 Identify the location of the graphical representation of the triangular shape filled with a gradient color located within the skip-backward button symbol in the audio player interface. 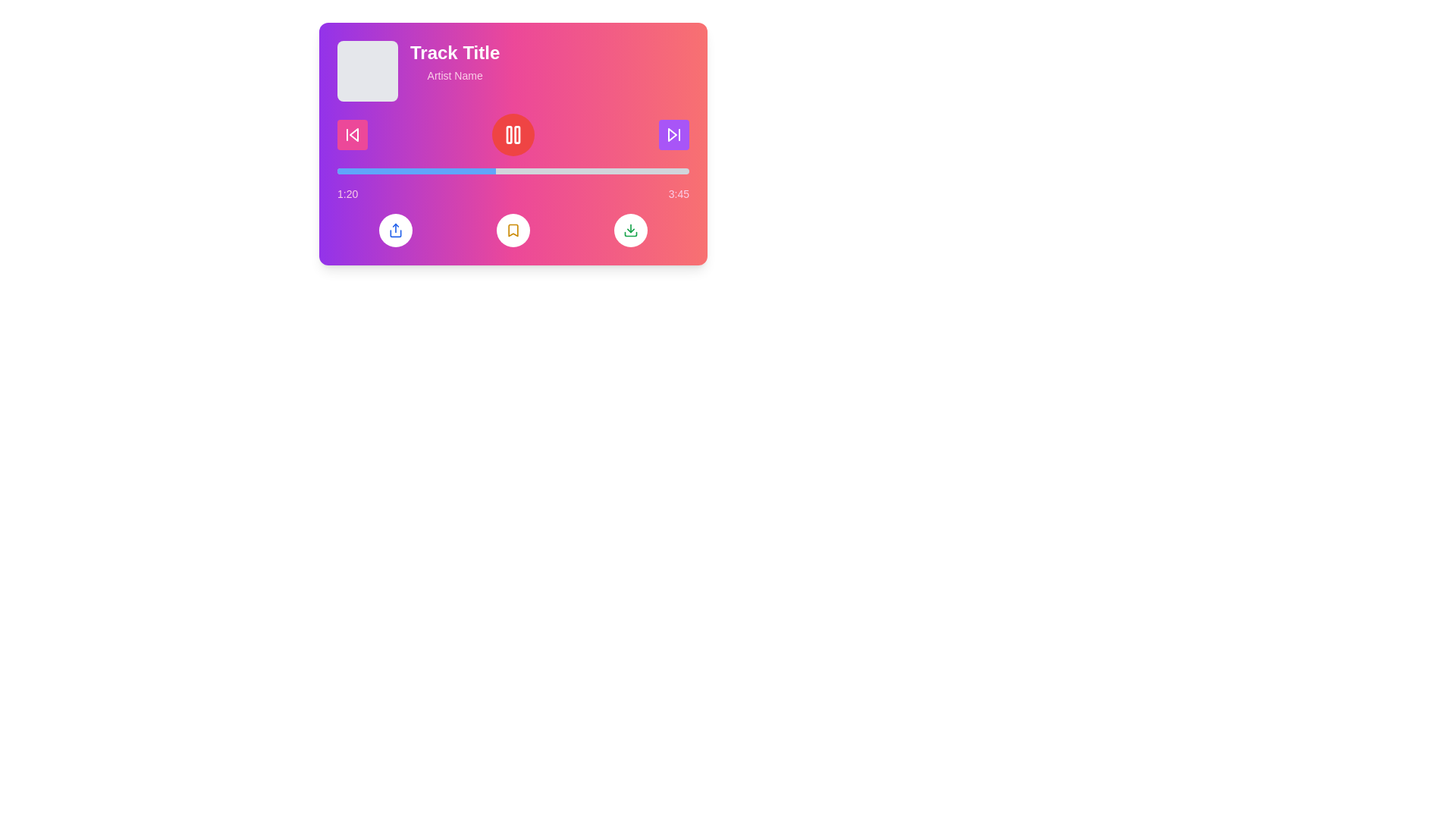
(353, 133).